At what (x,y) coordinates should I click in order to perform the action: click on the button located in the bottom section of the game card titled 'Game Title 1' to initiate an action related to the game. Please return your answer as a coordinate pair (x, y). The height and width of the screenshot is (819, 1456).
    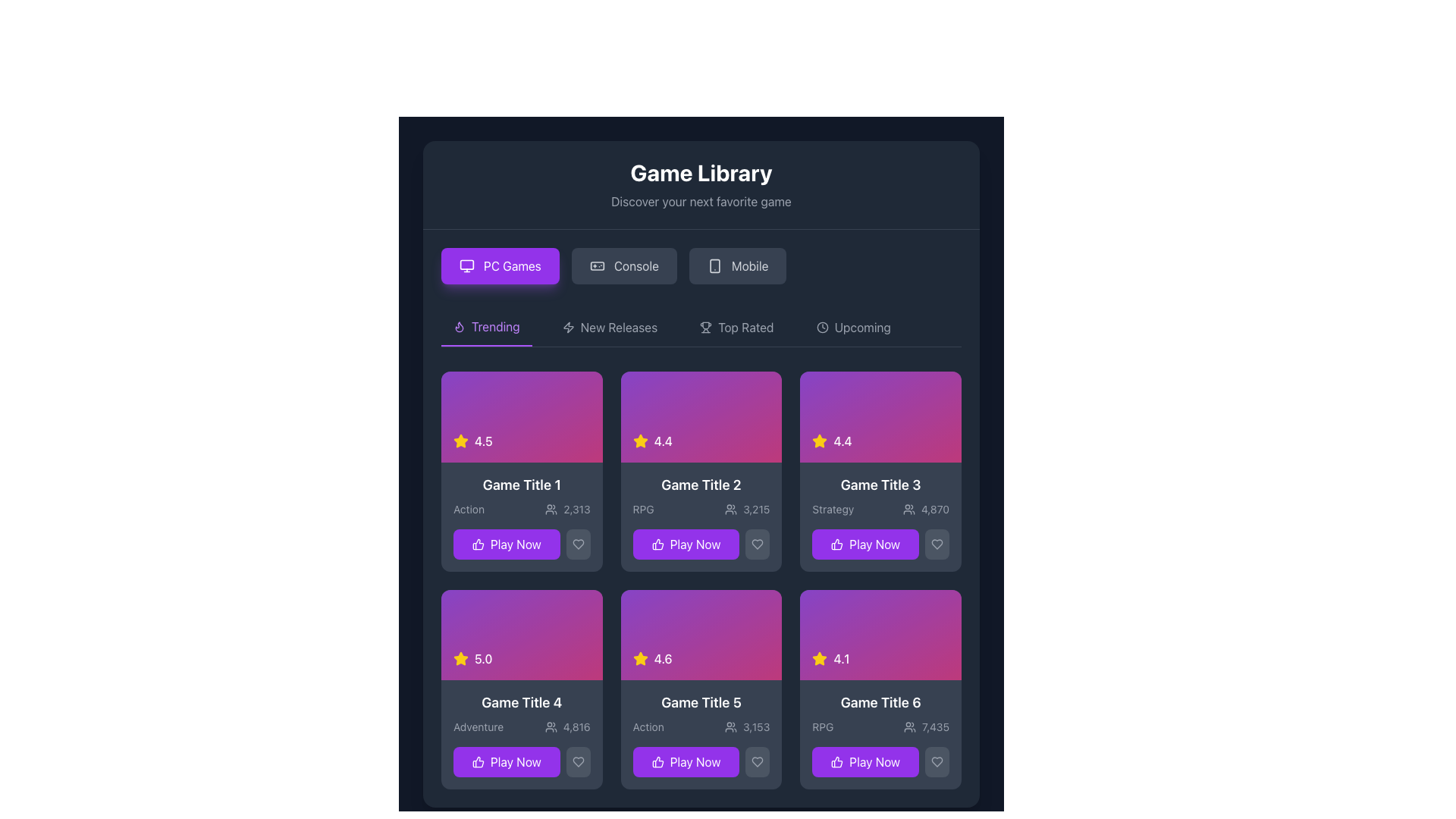
    Looking at the image, I should click on (522, 543).